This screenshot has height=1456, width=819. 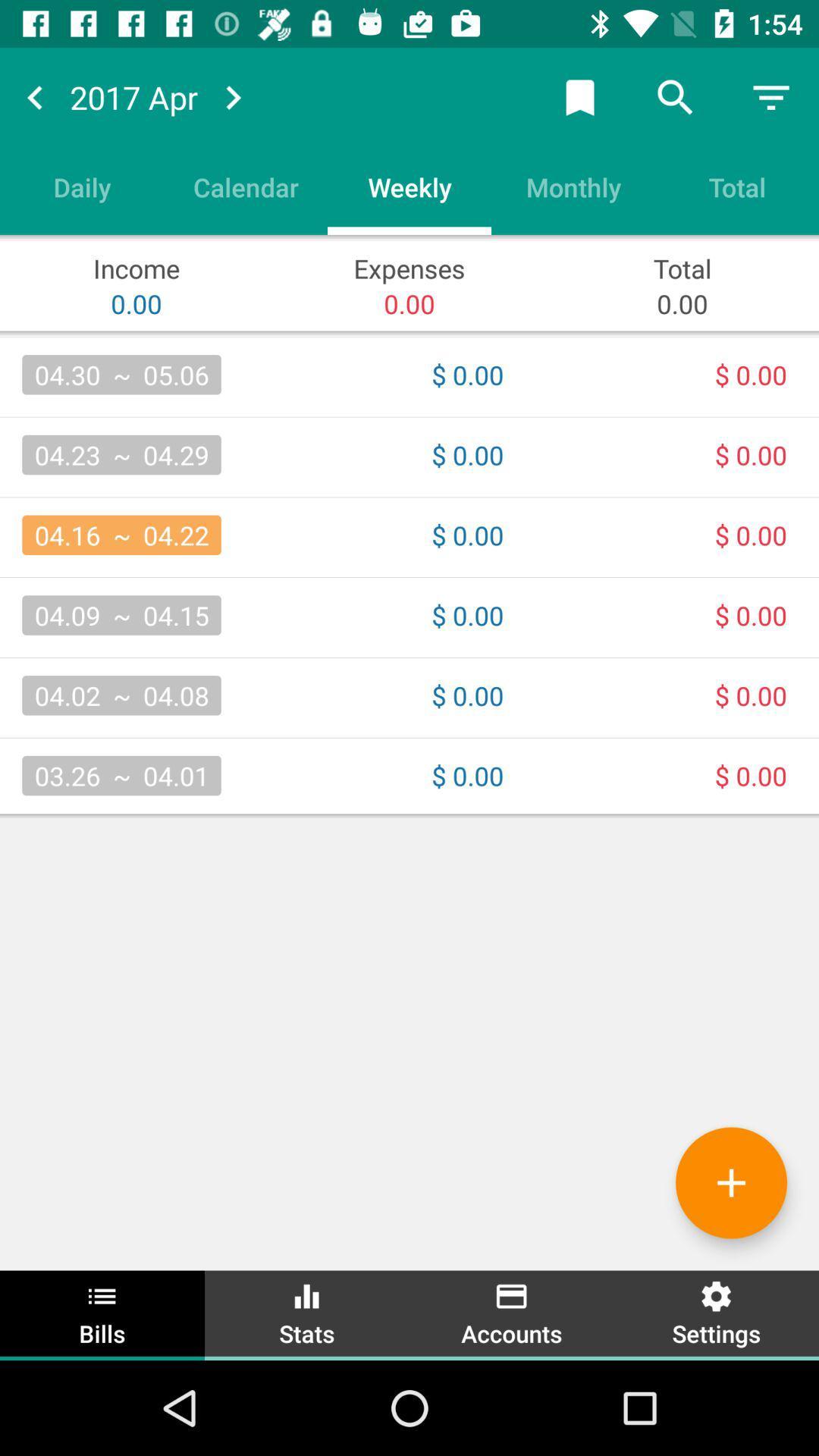 What do you see at coordinates (82, 186) in the screenshot?
I see `daily icon` at bounding box center [82, 186].